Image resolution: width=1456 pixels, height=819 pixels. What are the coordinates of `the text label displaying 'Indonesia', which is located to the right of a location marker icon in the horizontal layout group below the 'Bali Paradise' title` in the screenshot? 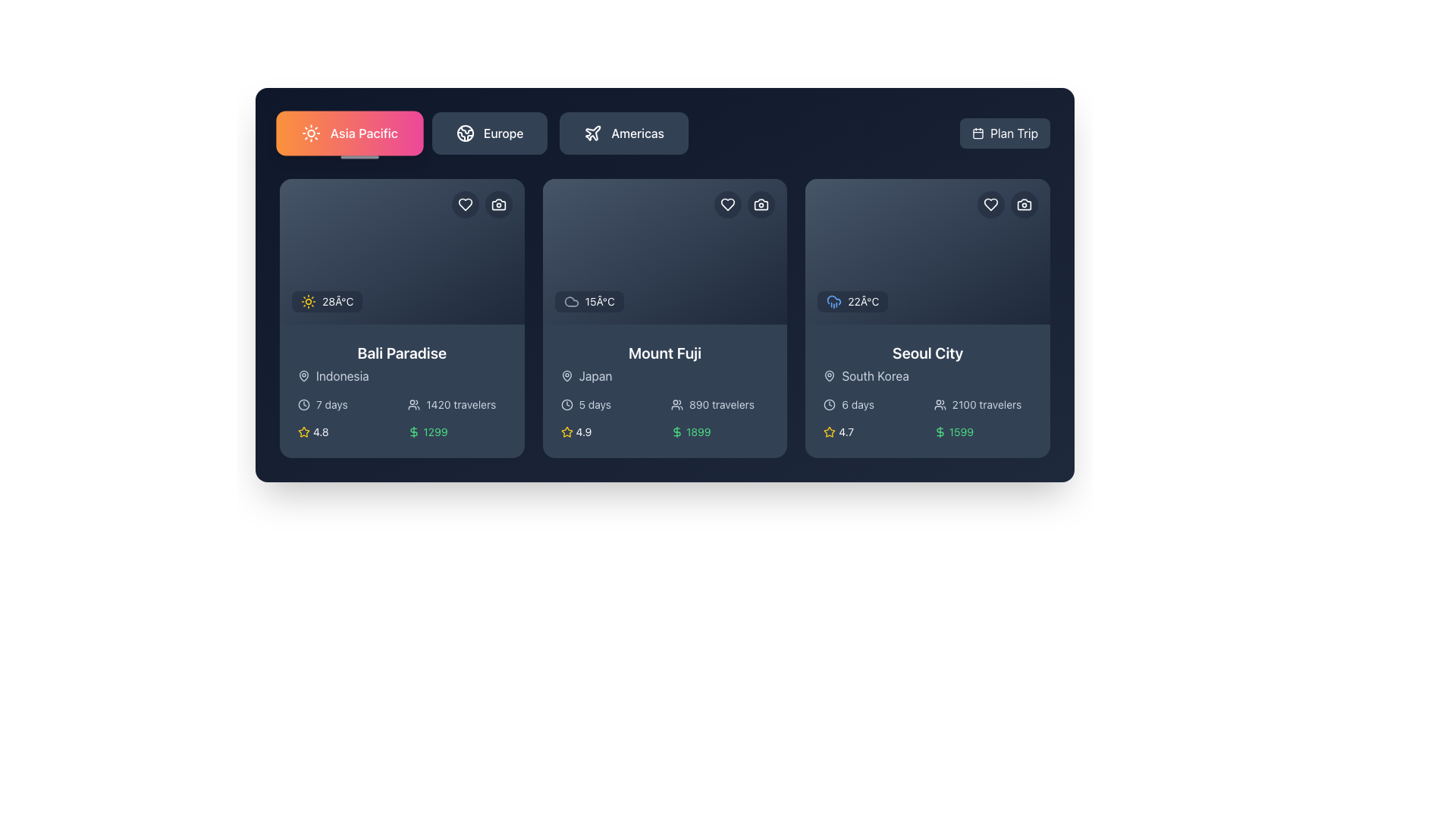 It's located at (341, 375).